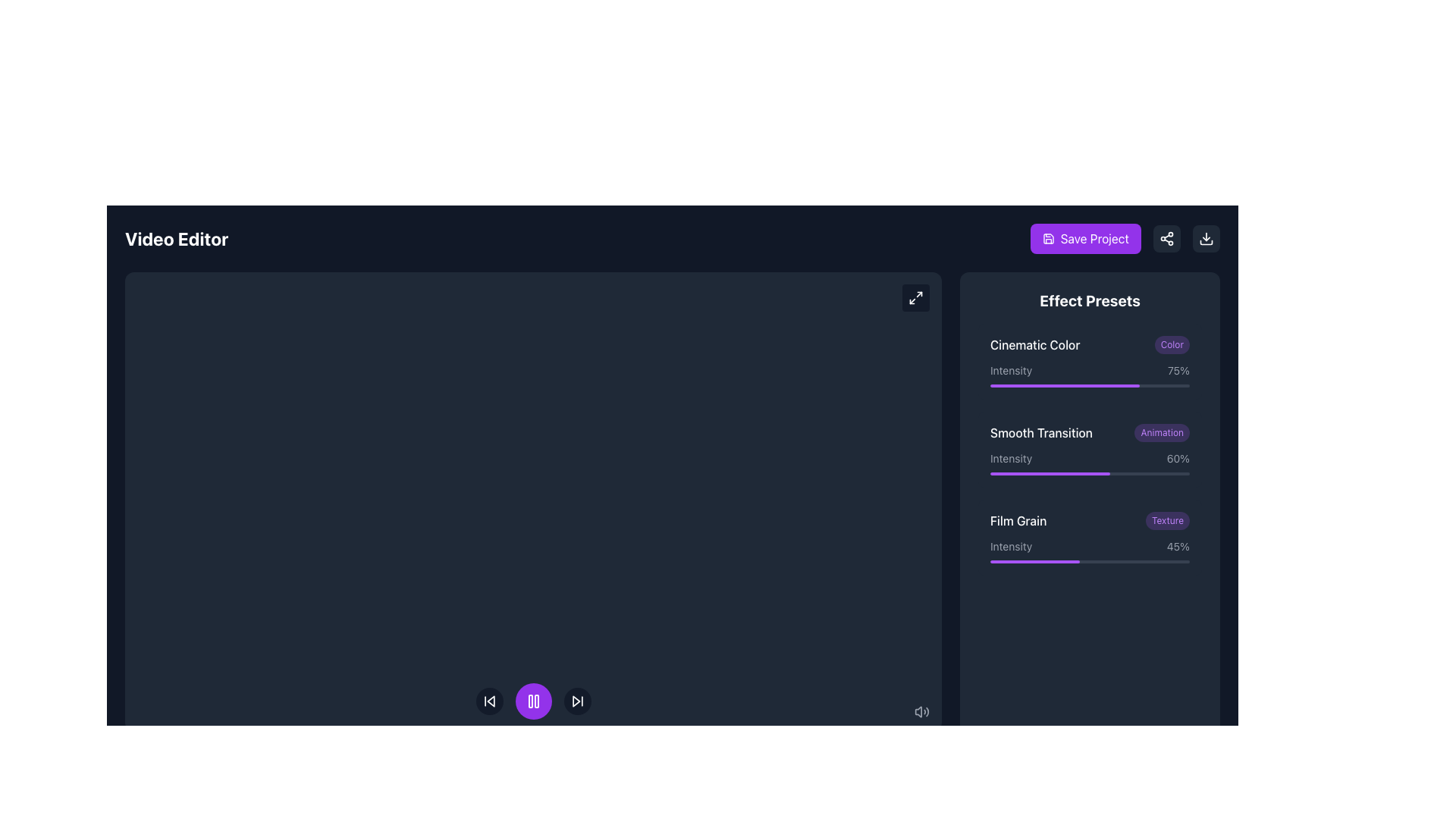 Image resolution: width=1456 pixels, height=819 pixels. I want to click on the right part of the pause symbol in the play/pause button, so click(536, 701).